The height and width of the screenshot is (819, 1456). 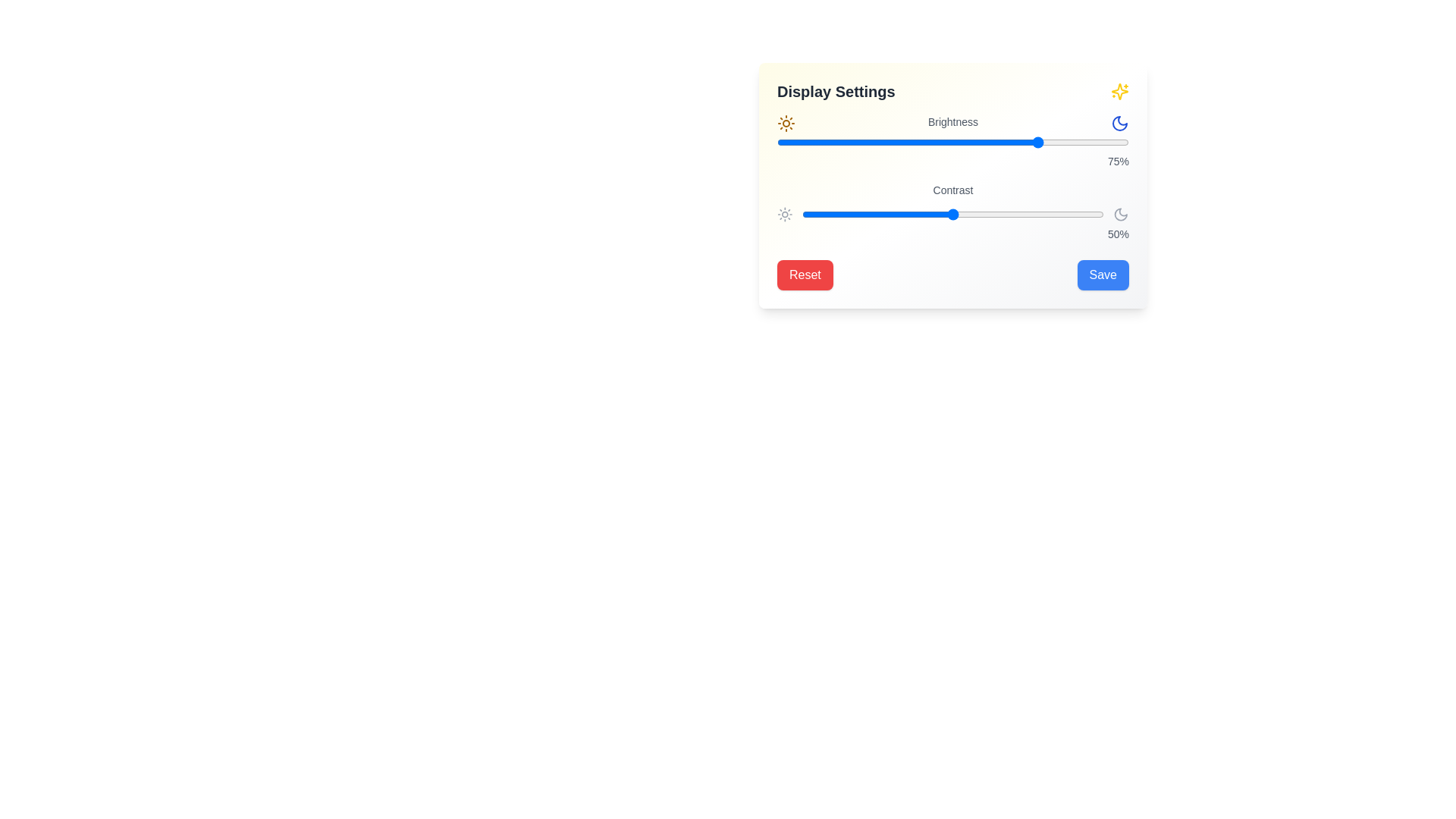 What do you see at coordinates (1120, 91) in the screenshot?
I see `the bright yellow star-like icon located in the top-right corner of the 'Display Settings' card interface` at bounding box center [1120, 91].